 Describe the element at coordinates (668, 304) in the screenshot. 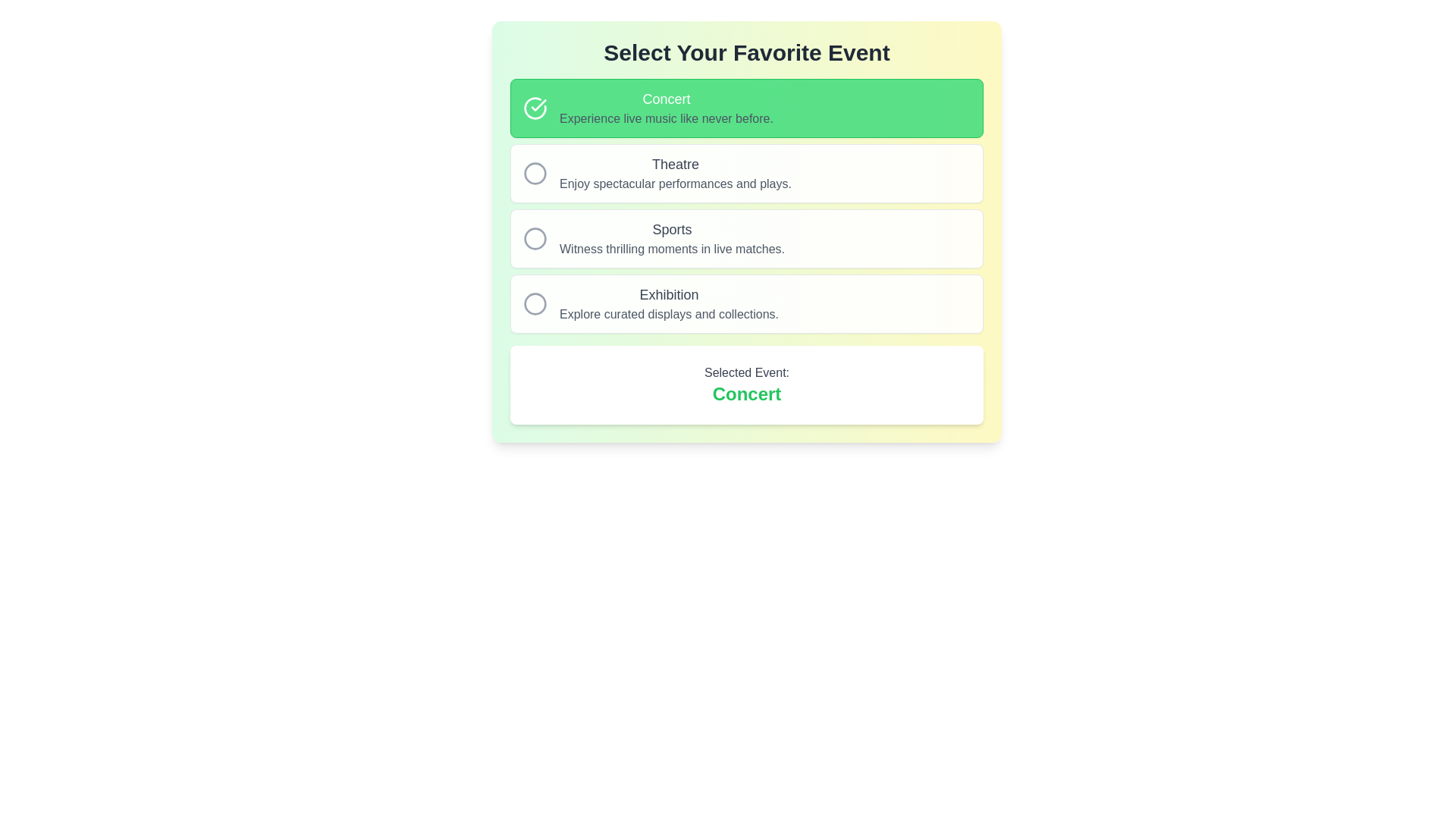

I see `the text label that describes the 'Exhibition' category, which is the fourth option in a vertical list located beneath the 'Sports' option` at that location.